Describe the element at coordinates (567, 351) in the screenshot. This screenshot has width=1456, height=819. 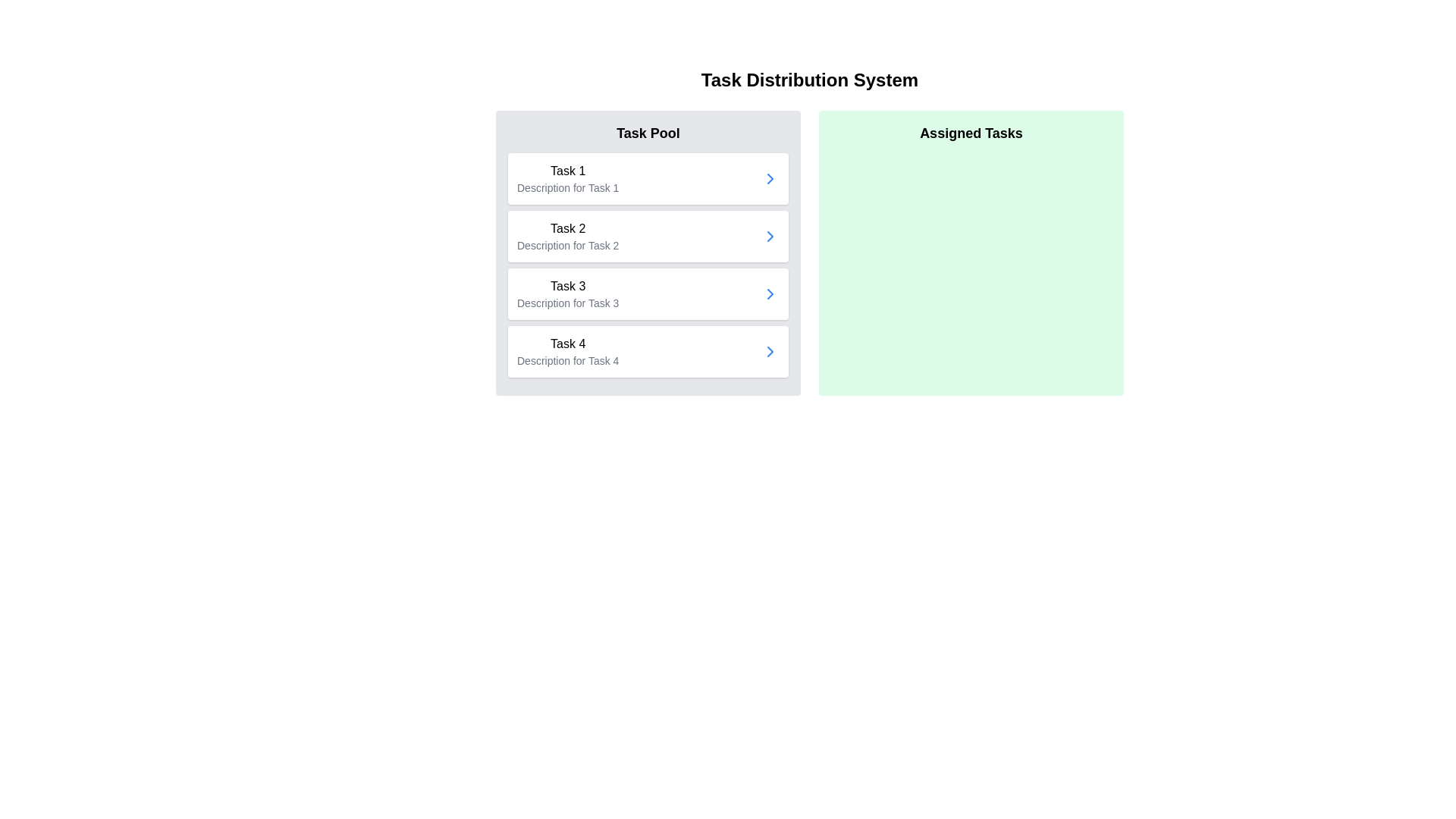
I see `the text component displaying 'Task 4' and 'Description for Task 4' in the 'Task Pool' section, which is the fourth item in the vertical stack of task entries` at that location.